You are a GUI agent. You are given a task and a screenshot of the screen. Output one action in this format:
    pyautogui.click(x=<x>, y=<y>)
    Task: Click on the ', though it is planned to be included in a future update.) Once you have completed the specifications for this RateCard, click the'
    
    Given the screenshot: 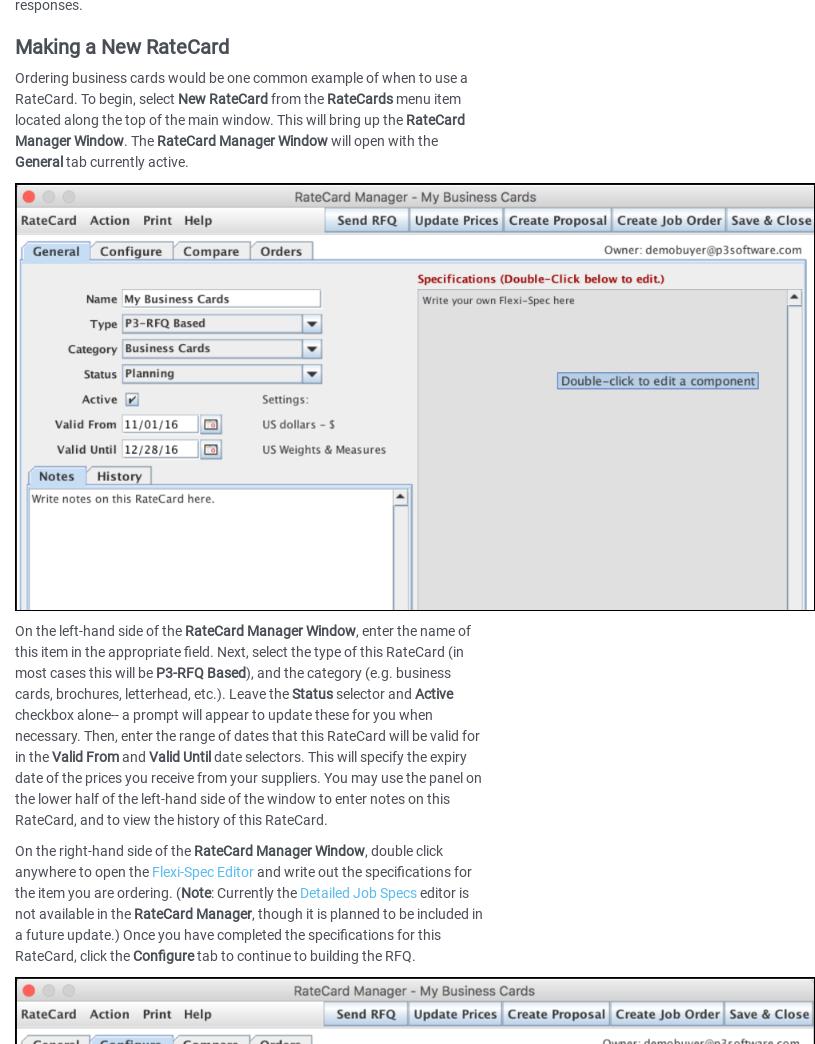 What is the action you would take?
    pyautogui.click(x=248, y=932)
    